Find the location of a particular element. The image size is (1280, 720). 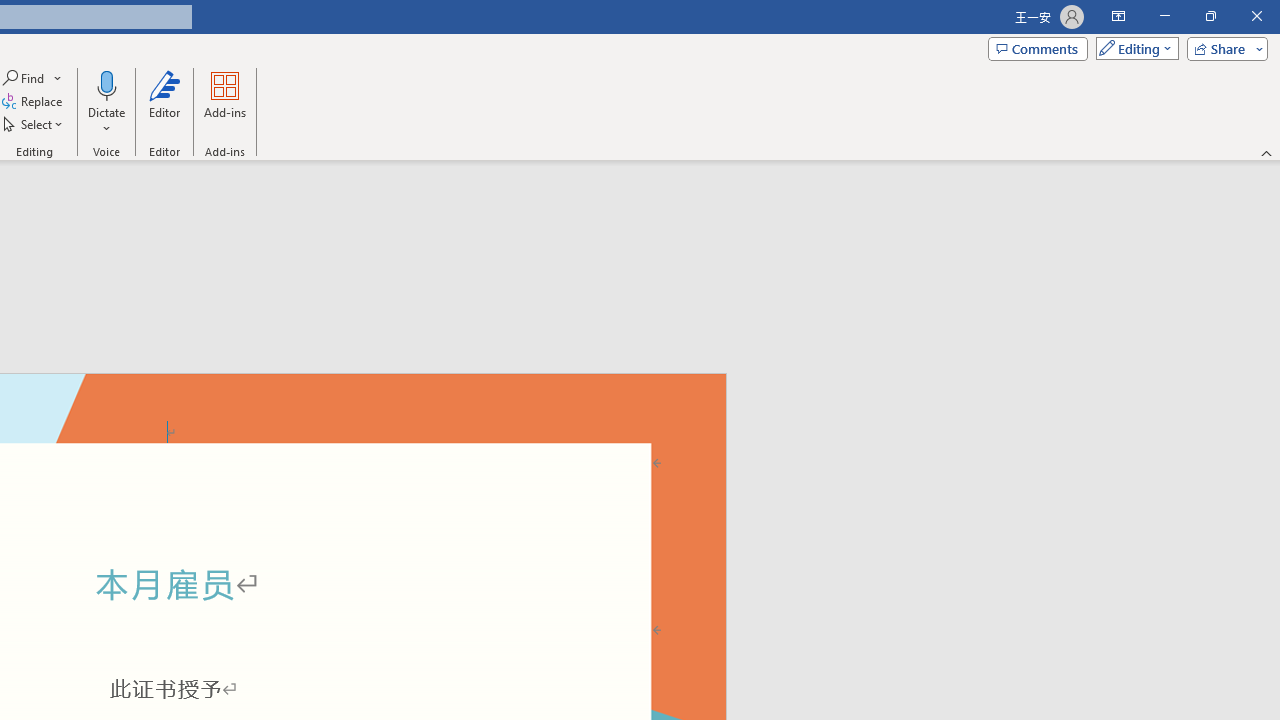

'Minimize' is located at coordinates (1164, 16).